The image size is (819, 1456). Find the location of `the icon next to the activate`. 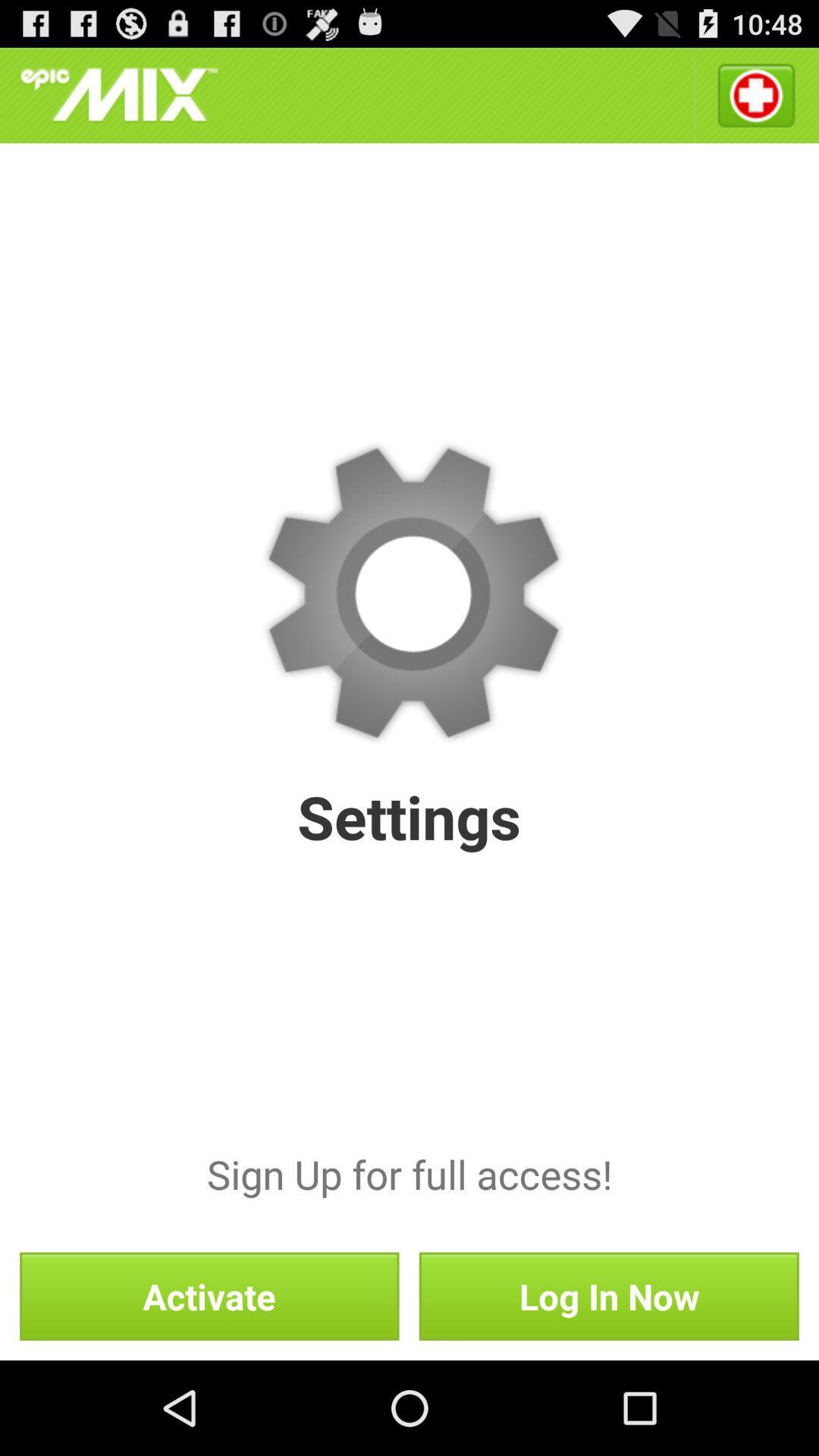

the icon next to the activate is located at coordinates (608, 1295).